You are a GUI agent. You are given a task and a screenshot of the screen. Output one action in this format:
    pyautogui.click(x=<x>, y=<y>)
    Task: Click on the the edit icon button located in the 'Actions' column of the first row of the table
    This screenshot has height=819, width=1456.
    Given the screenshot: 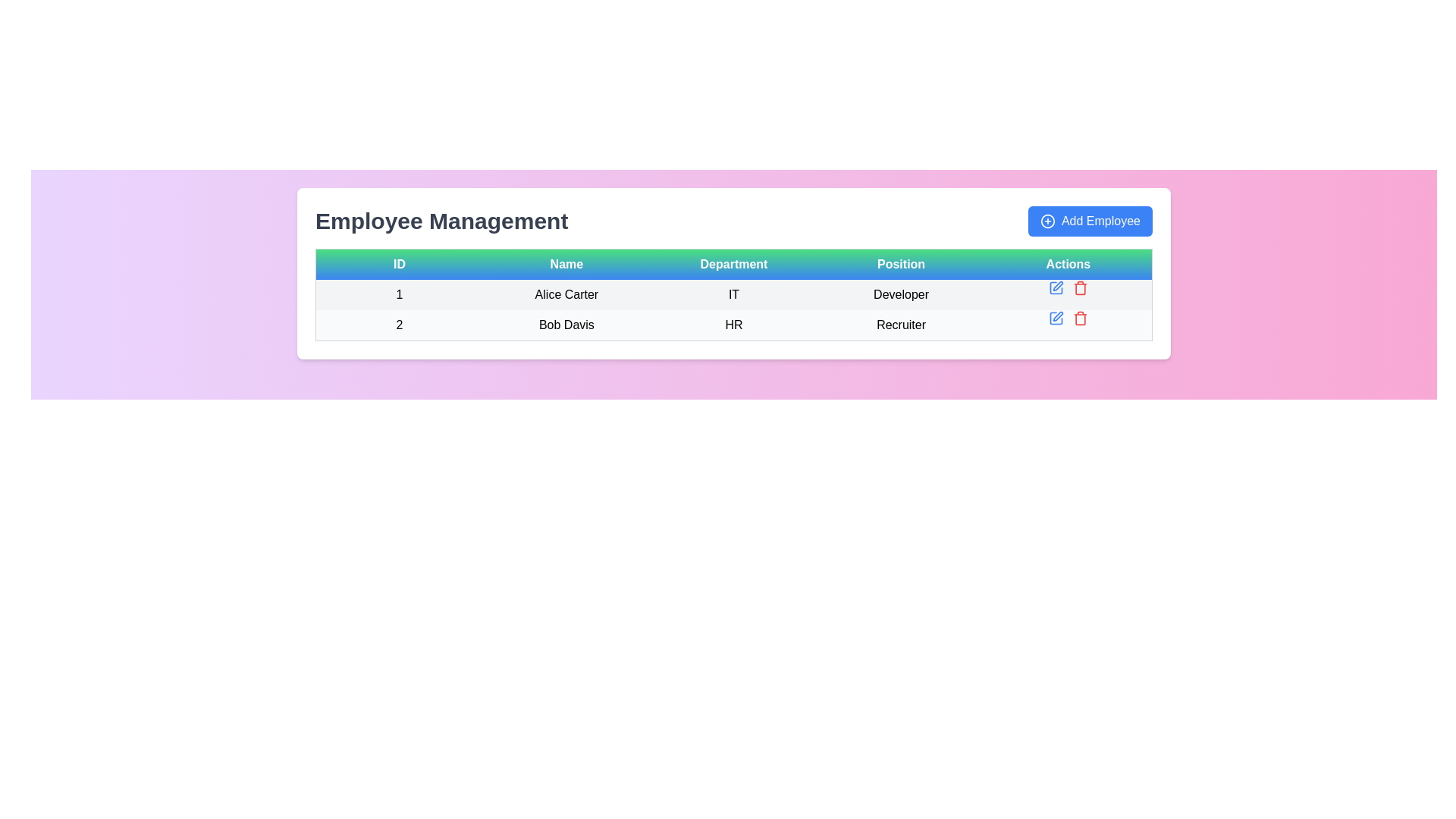 What is the action you would take?
    pyautogui.click(x=1055, y=288)
    